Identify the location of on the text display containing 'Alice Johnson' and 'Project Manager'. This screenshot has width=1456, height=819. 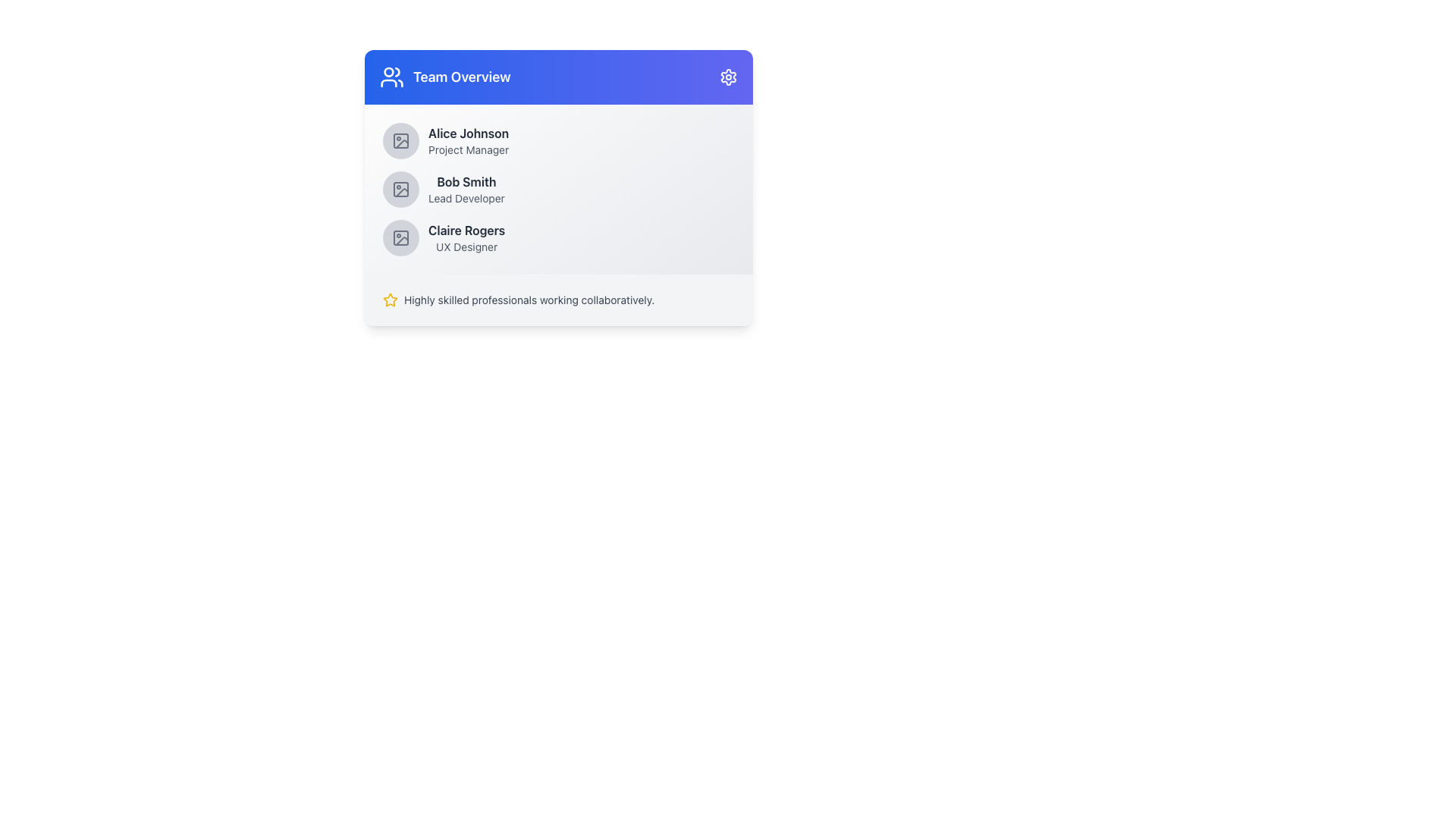
(468, 140).